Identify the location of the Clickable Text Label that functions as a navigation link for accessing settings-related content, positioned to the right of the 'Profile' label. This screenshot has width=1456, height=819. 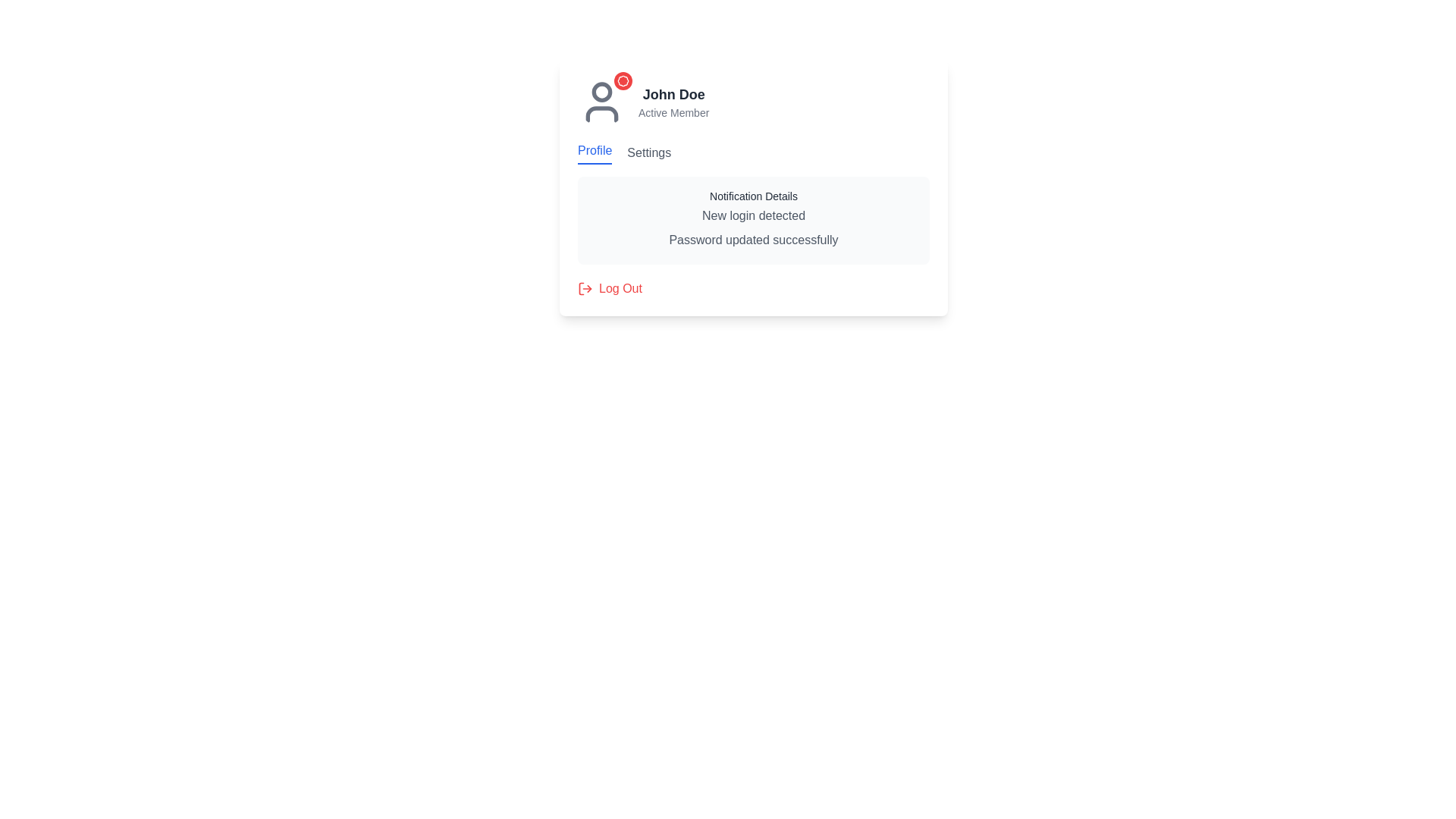
(649, 152).